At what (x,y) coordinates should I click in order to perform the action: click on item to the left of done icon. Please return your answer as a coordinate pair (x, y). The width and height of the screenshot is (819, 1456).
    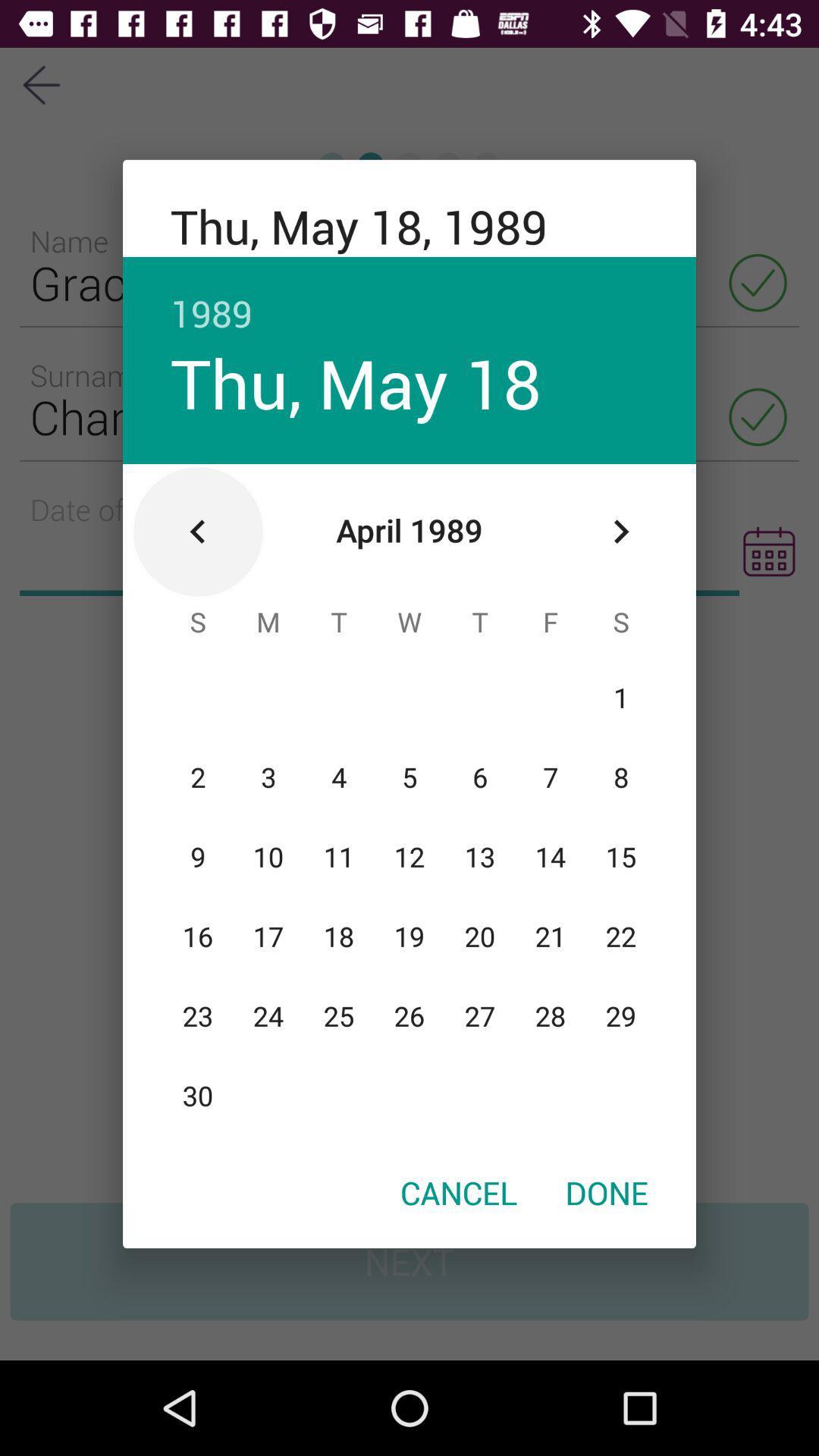
    Looking at the image, I should click on (458, 1191).